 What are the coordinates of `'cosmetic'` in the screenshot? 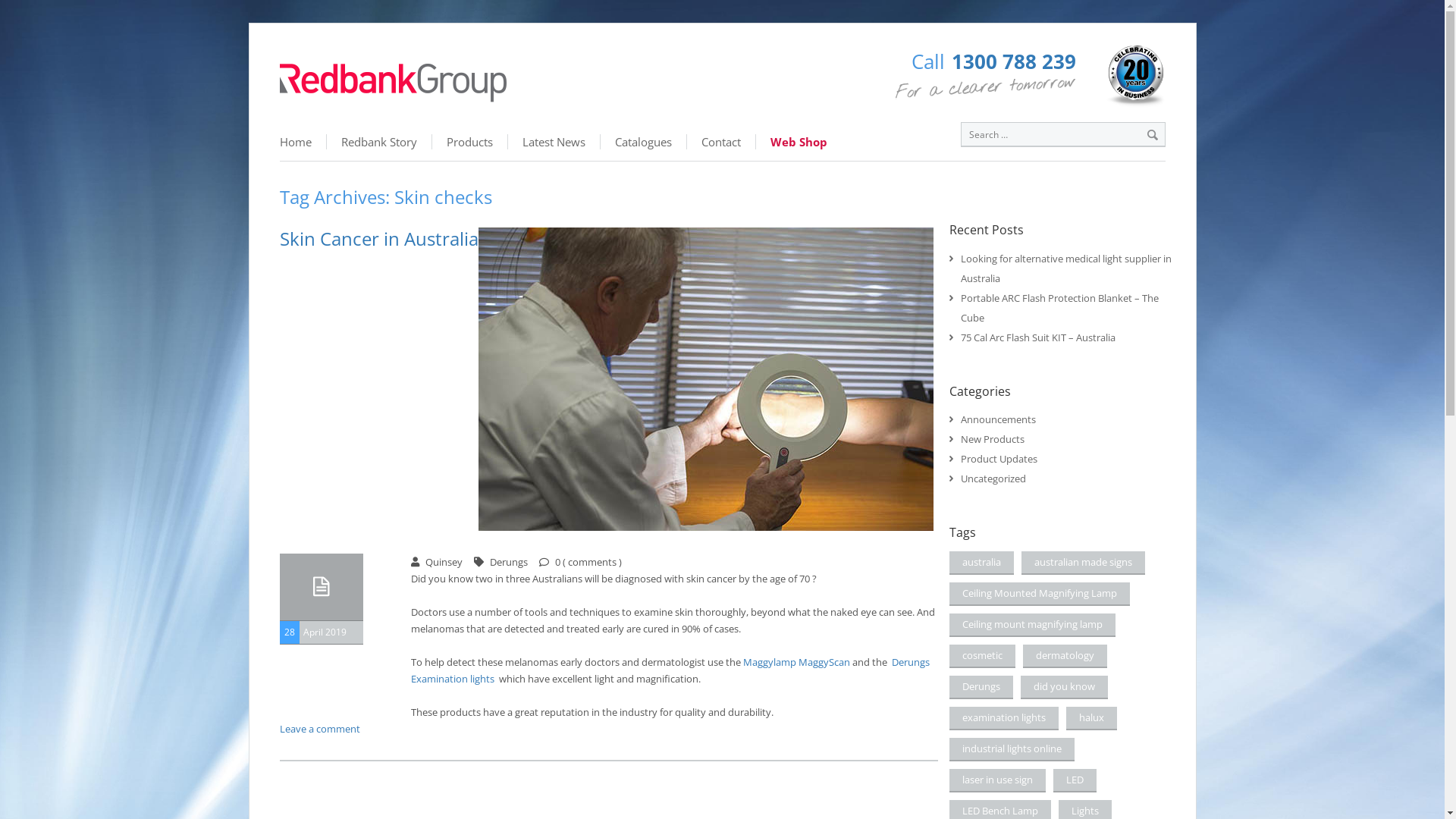 It's located at (949, 655).